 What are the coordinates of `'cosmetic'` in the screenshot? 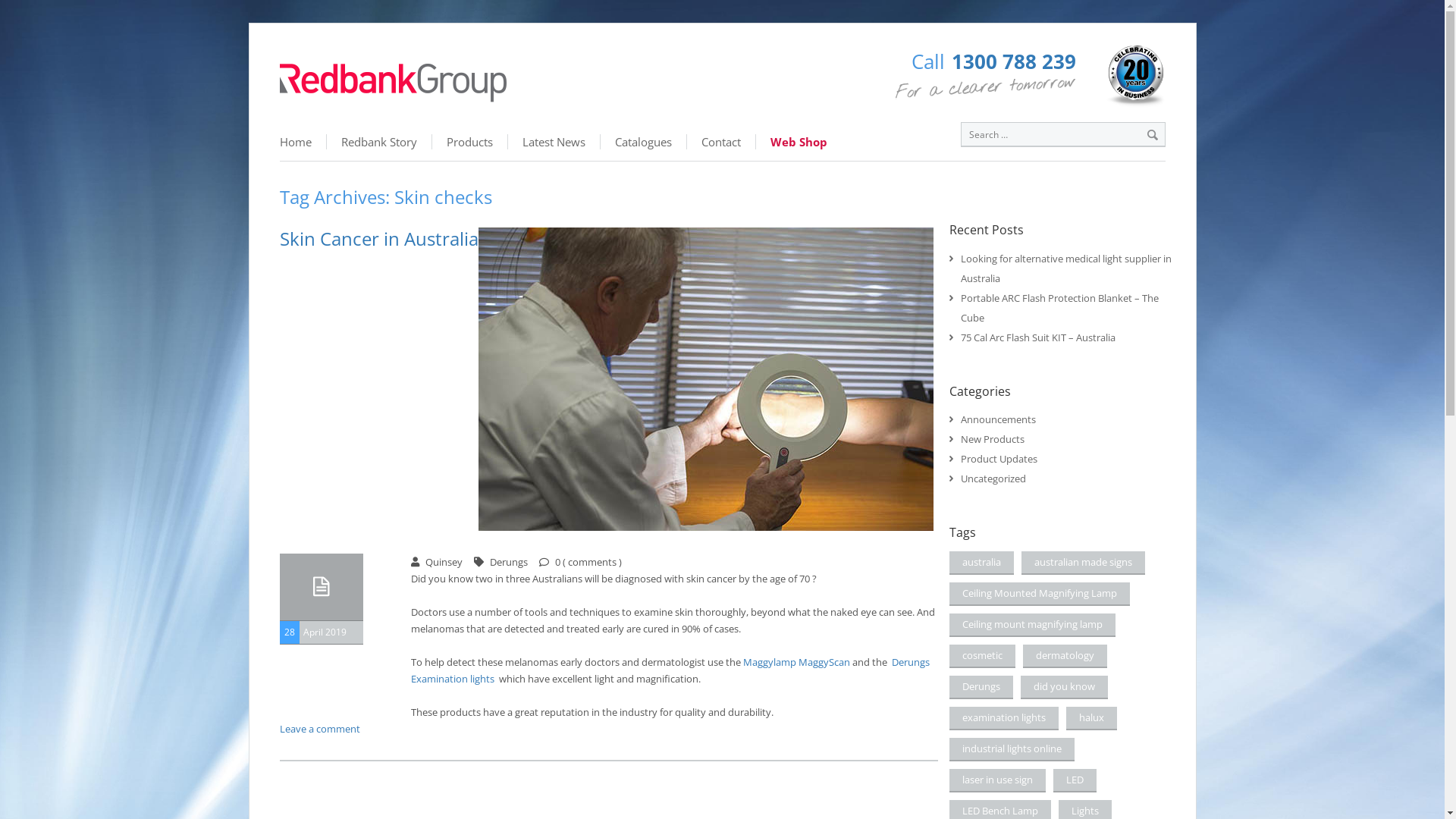 It's located at (949, 655).